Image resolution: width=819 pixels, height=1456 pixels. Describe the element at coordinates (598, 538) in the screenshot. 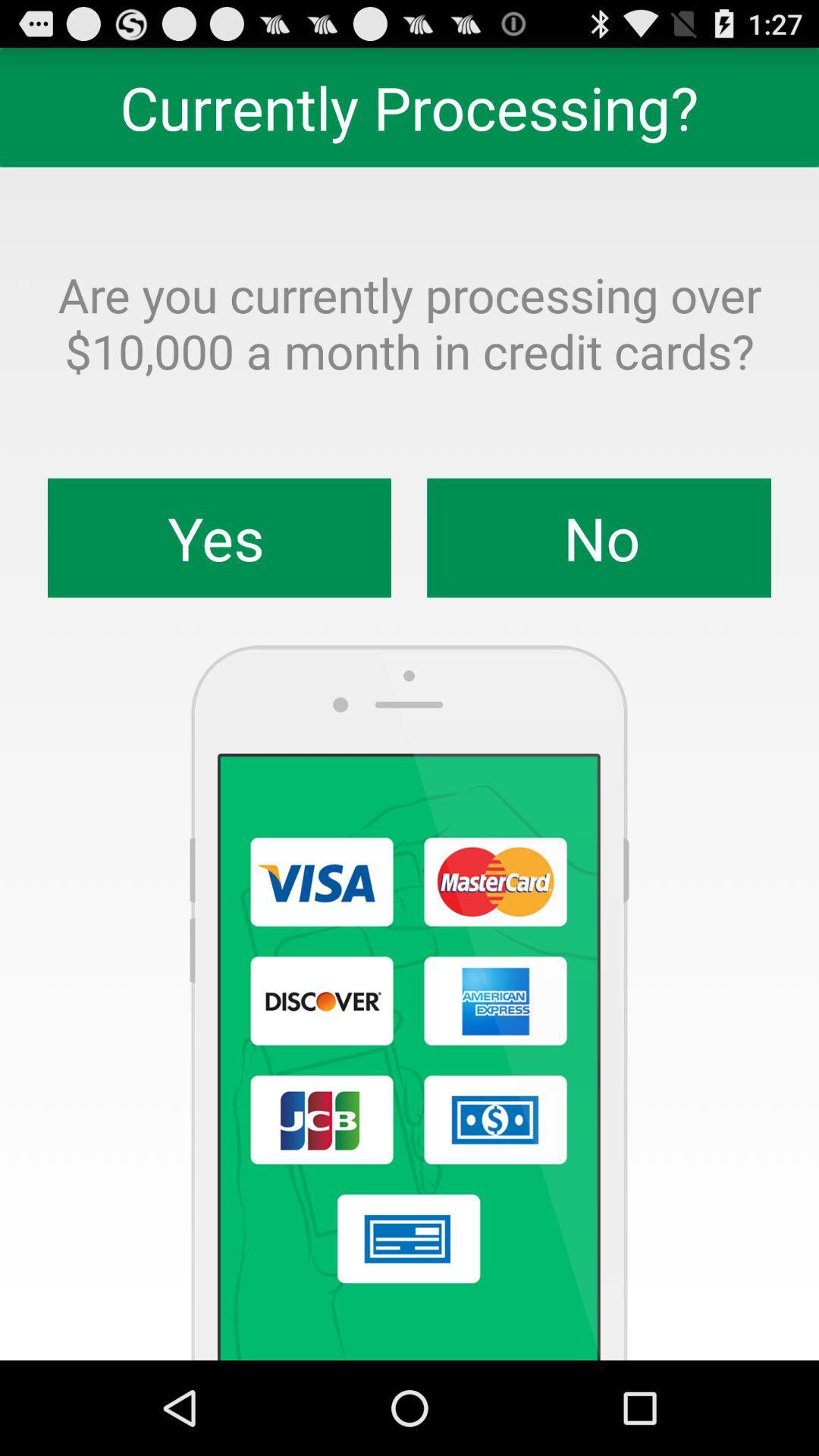

I see `no` at that location.